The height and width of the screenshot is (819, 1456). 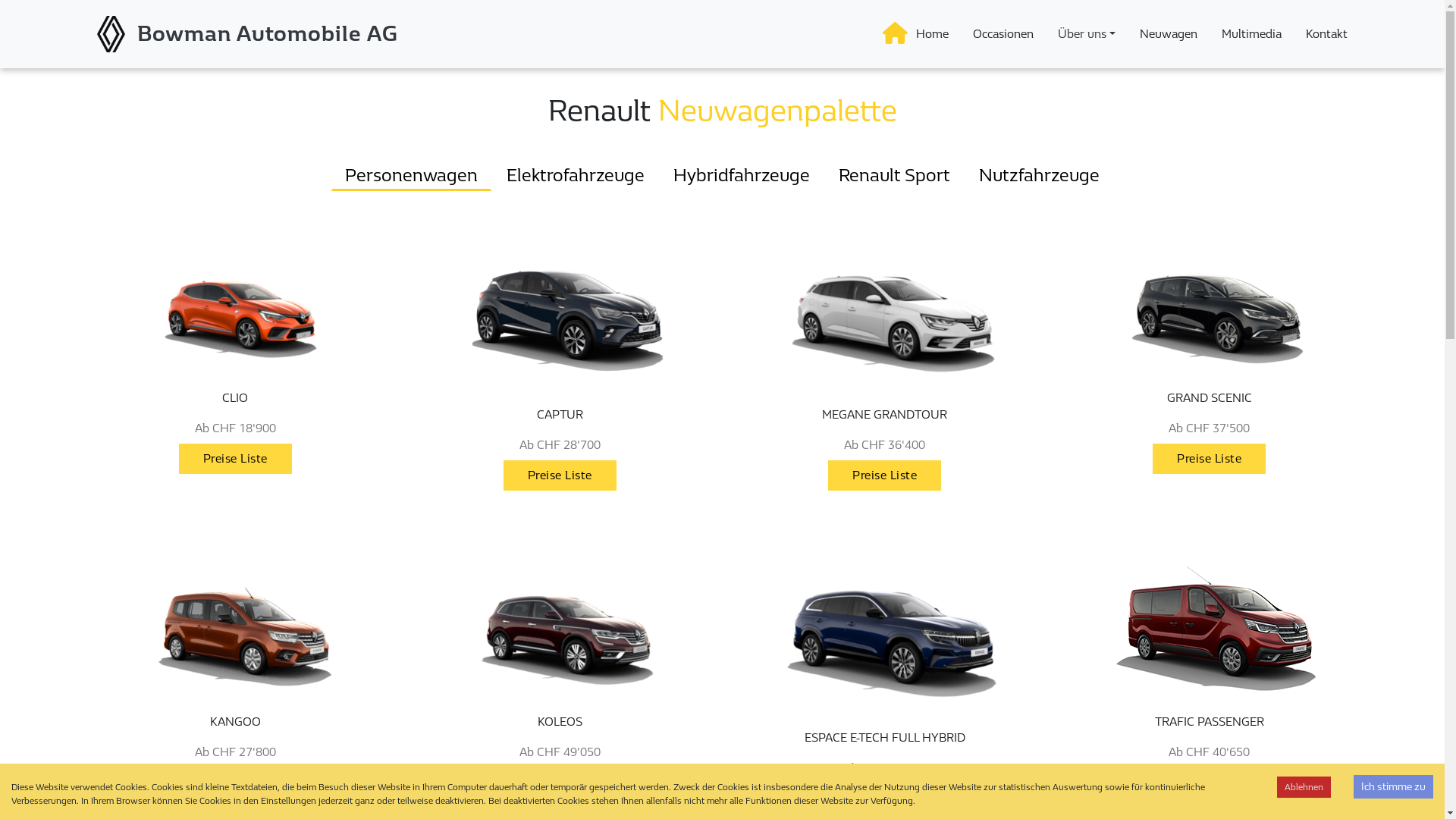 I want to click on 'Preise Liste', so click(x=234, y=783).